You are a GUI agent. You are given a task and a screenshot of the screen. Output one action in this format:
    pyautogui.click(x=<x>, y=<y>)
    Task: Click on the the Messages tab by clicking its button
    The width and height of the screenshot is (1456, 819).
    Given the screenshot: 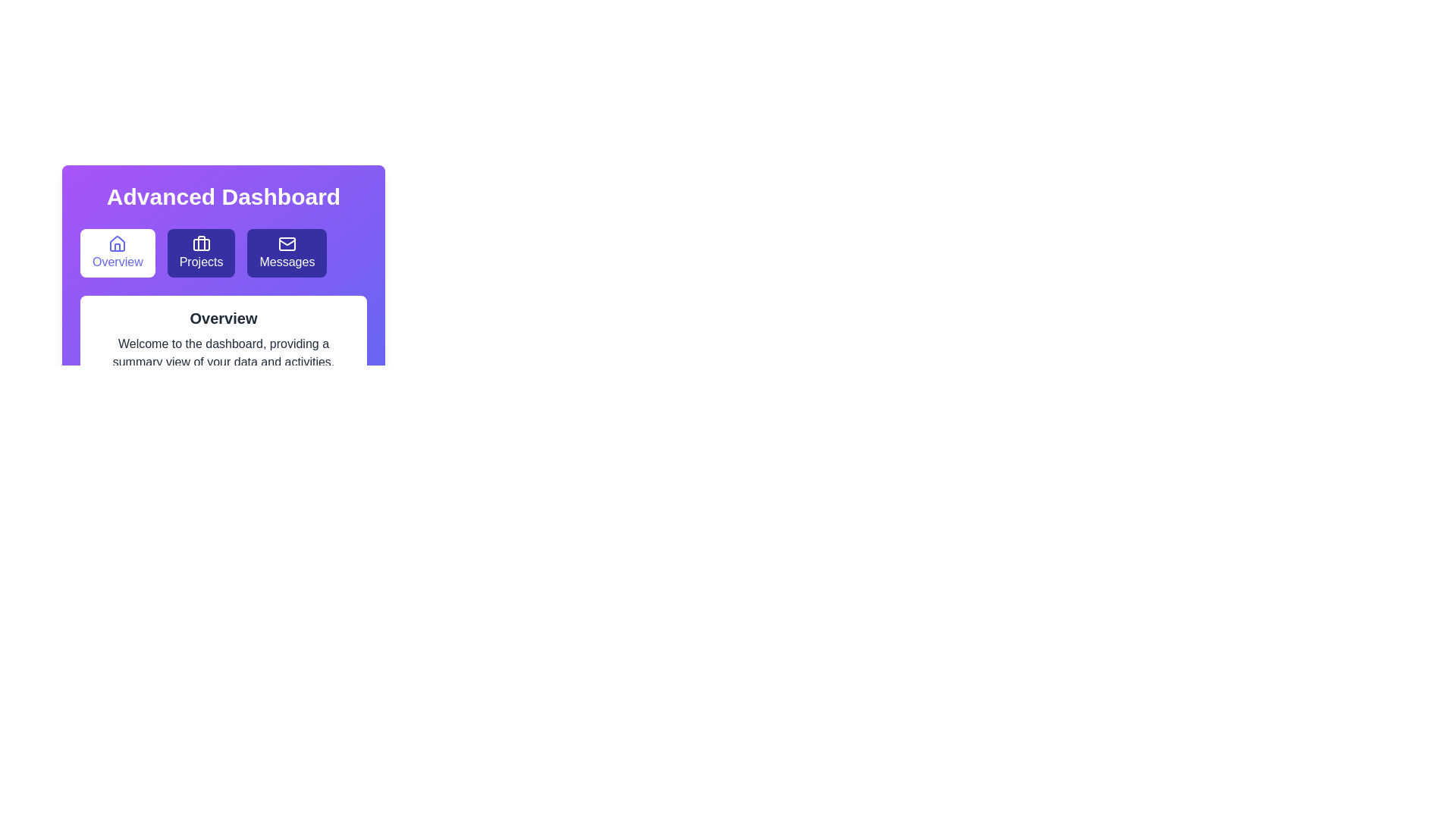 What is the action you would take?
    pyautogui.click(x=287, y=253)
    